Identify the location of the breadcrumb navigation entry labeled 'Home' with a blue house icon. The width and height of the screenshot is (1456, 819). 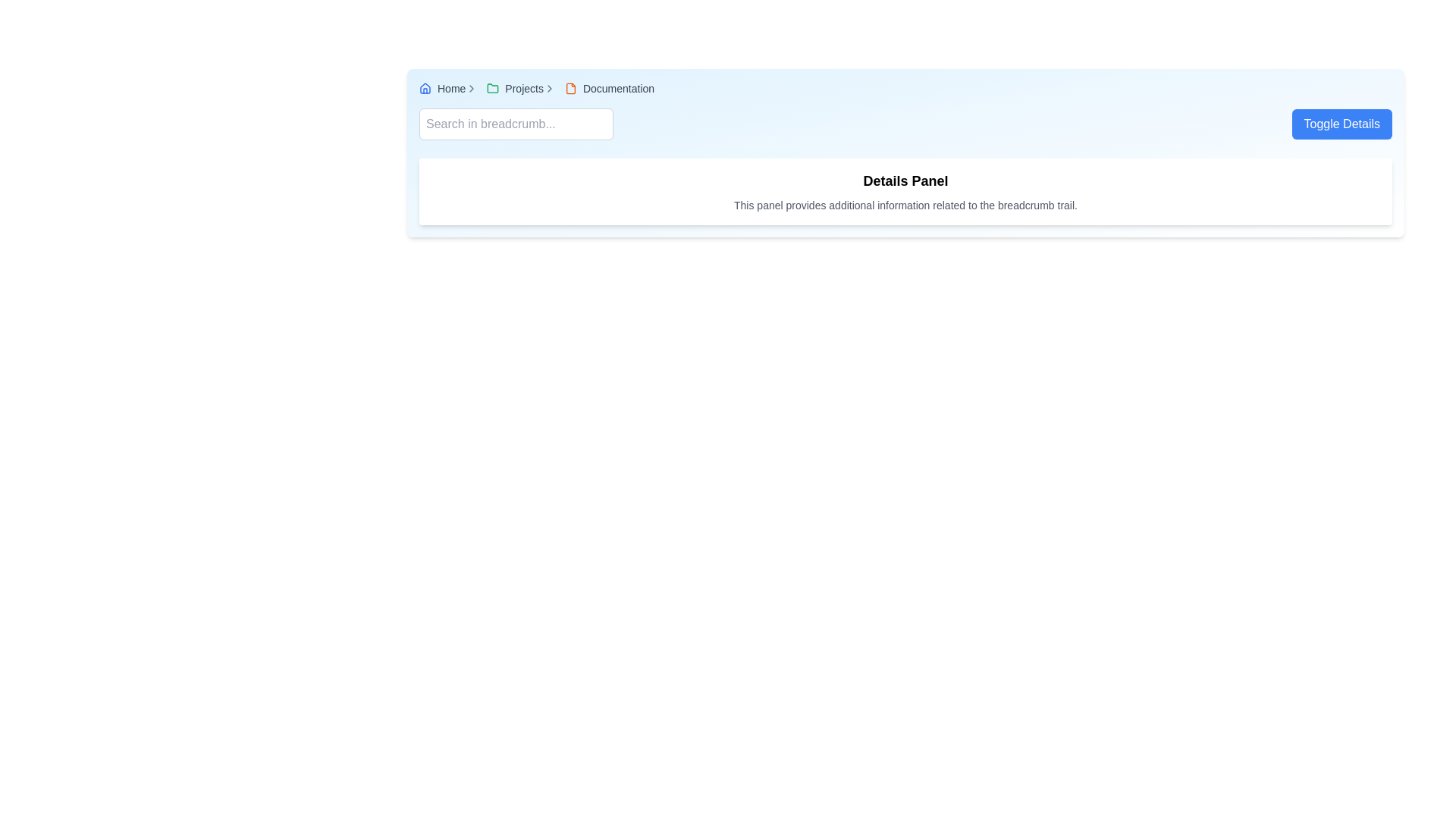
(447, 88).